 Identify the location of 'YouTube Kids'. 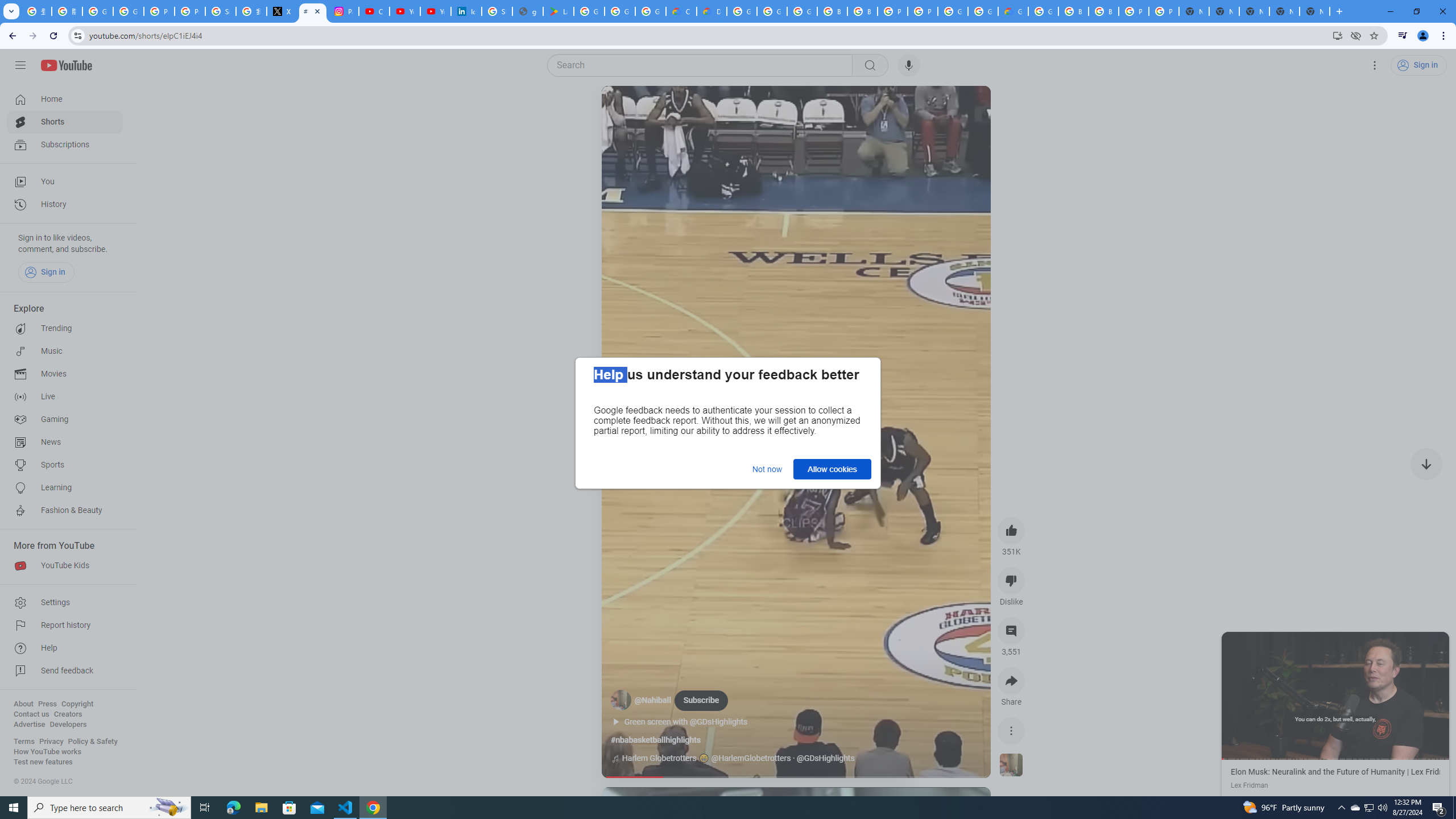
(64, 566).